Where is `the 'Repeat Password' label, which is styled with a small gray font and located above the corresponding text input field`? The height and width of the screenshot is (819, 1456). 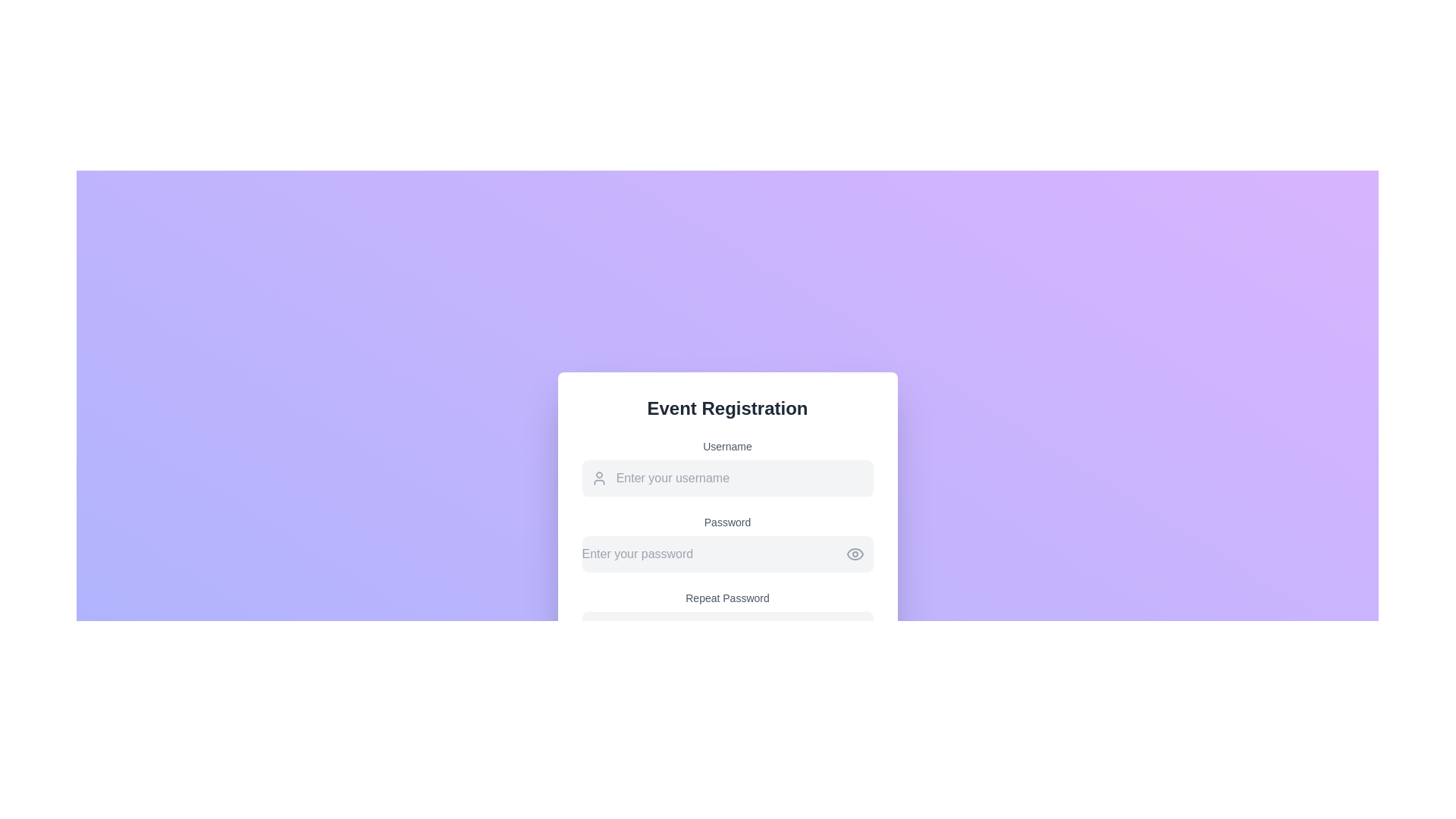 the 'Repeat Password' label, which is styled with a small gray font and located above the corresponding text input field is located at coordinates (726, 598).